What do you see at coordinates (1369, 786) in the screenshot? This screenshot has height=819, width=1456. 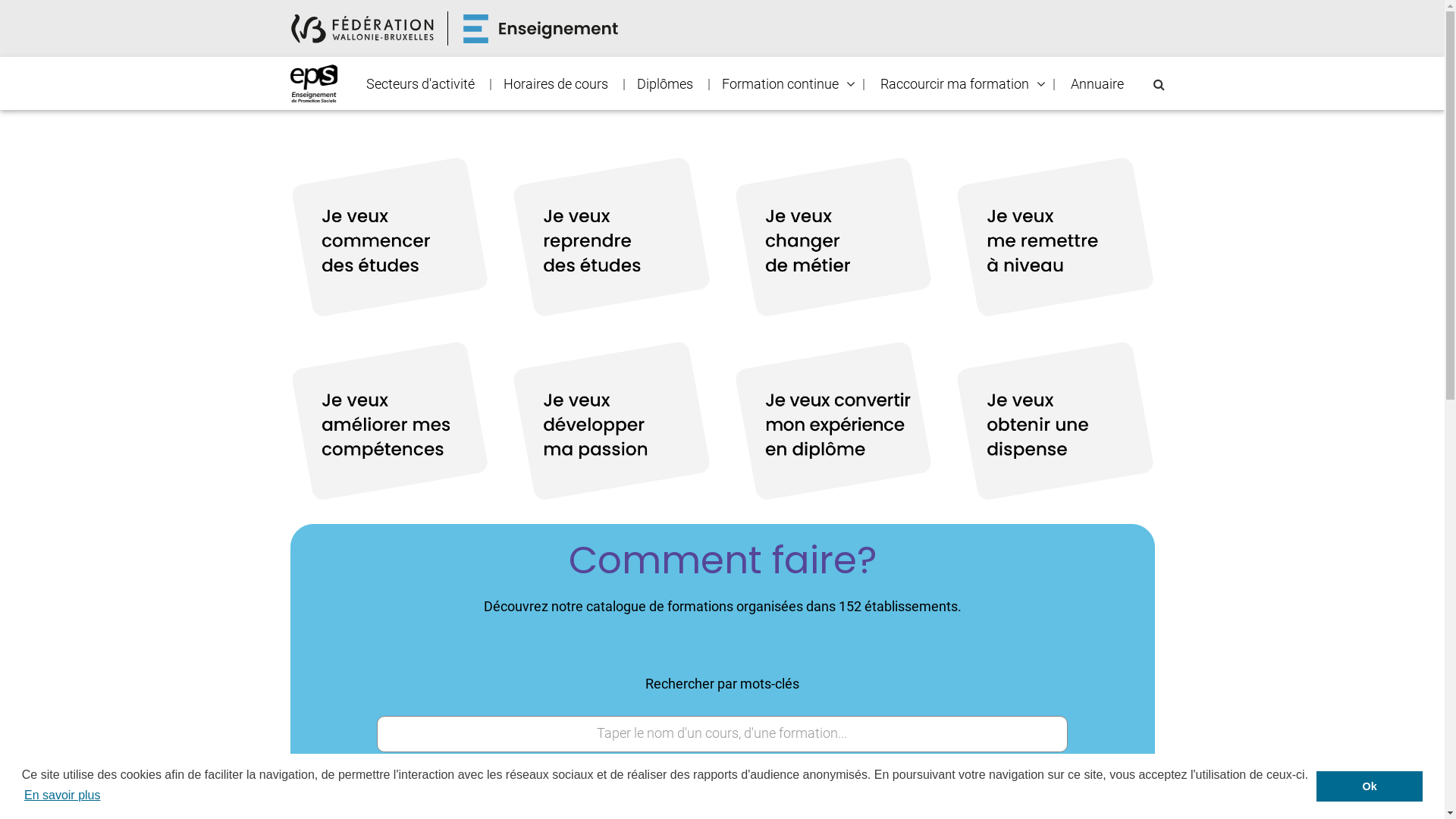 I see `'Ok'` at bounding box center [1369, 786].